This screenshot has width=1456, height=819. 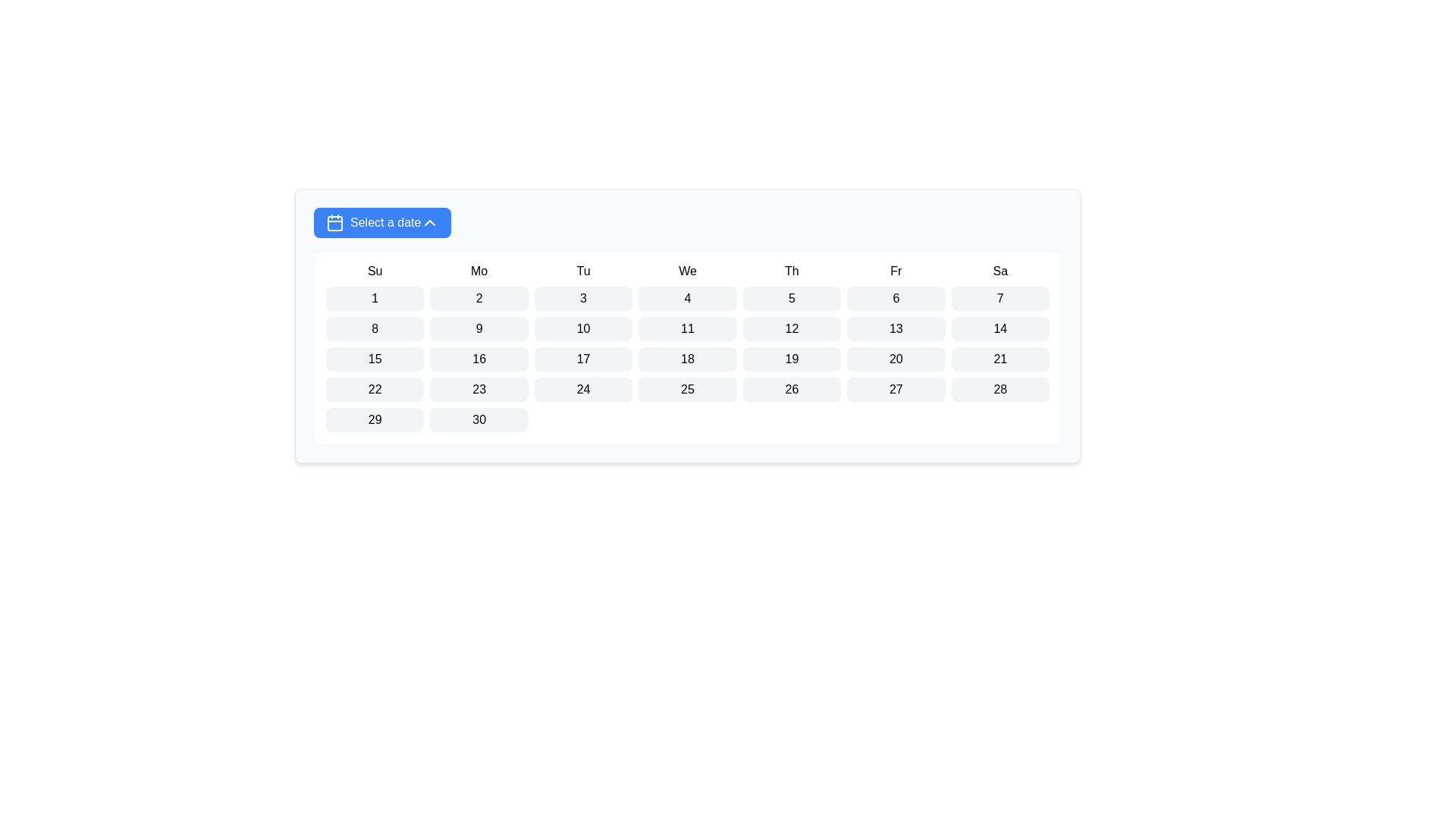 I want to click on the selectable day button in the calendar view located under the 'We' column header, specifically the fourth button in the grid, so click(x=687, y=298).